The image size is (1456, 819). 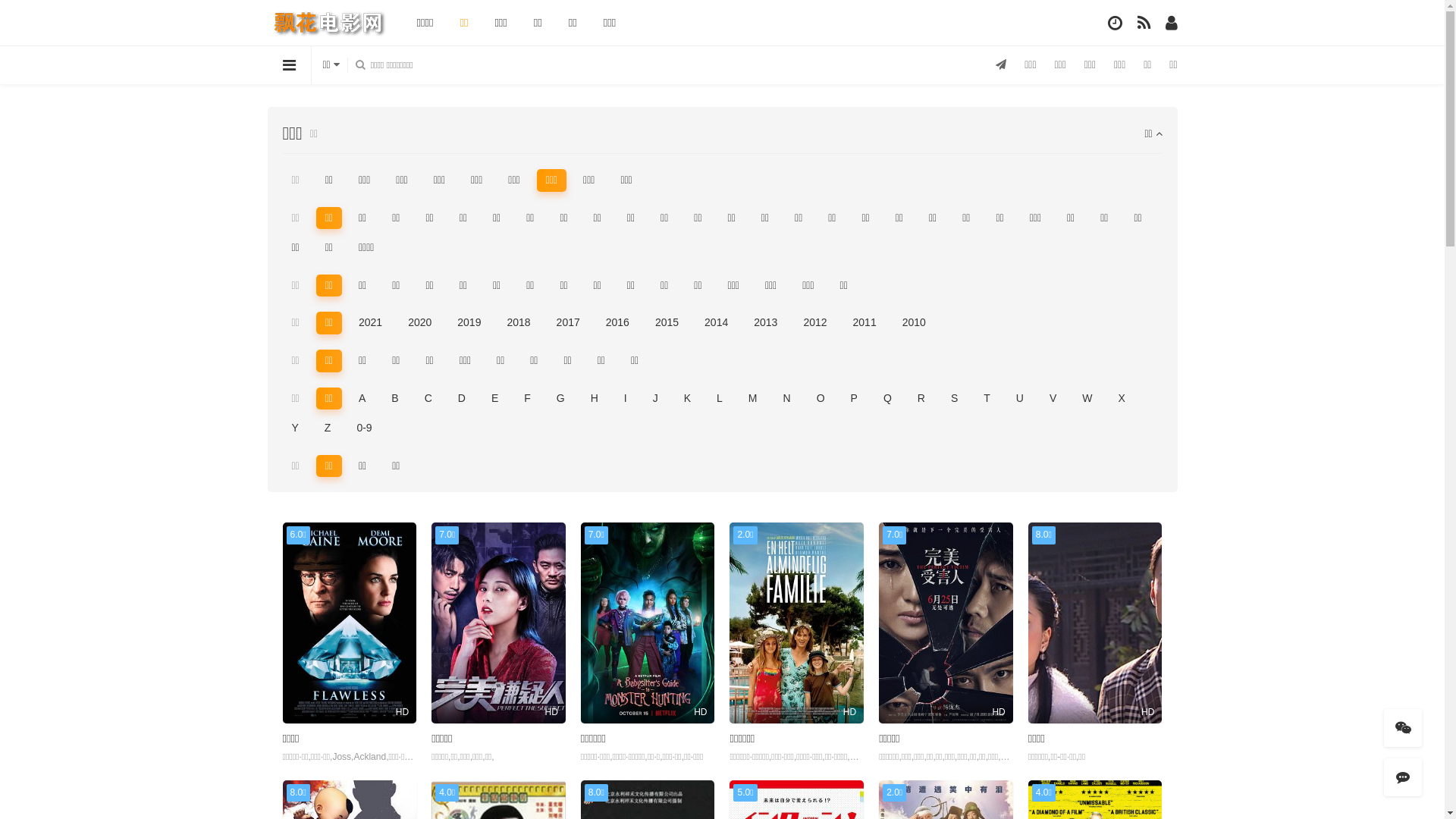 What do you see at coordinates (494, 397) in the screenshot?
I see `'E'` at bounding box center [494, 397].